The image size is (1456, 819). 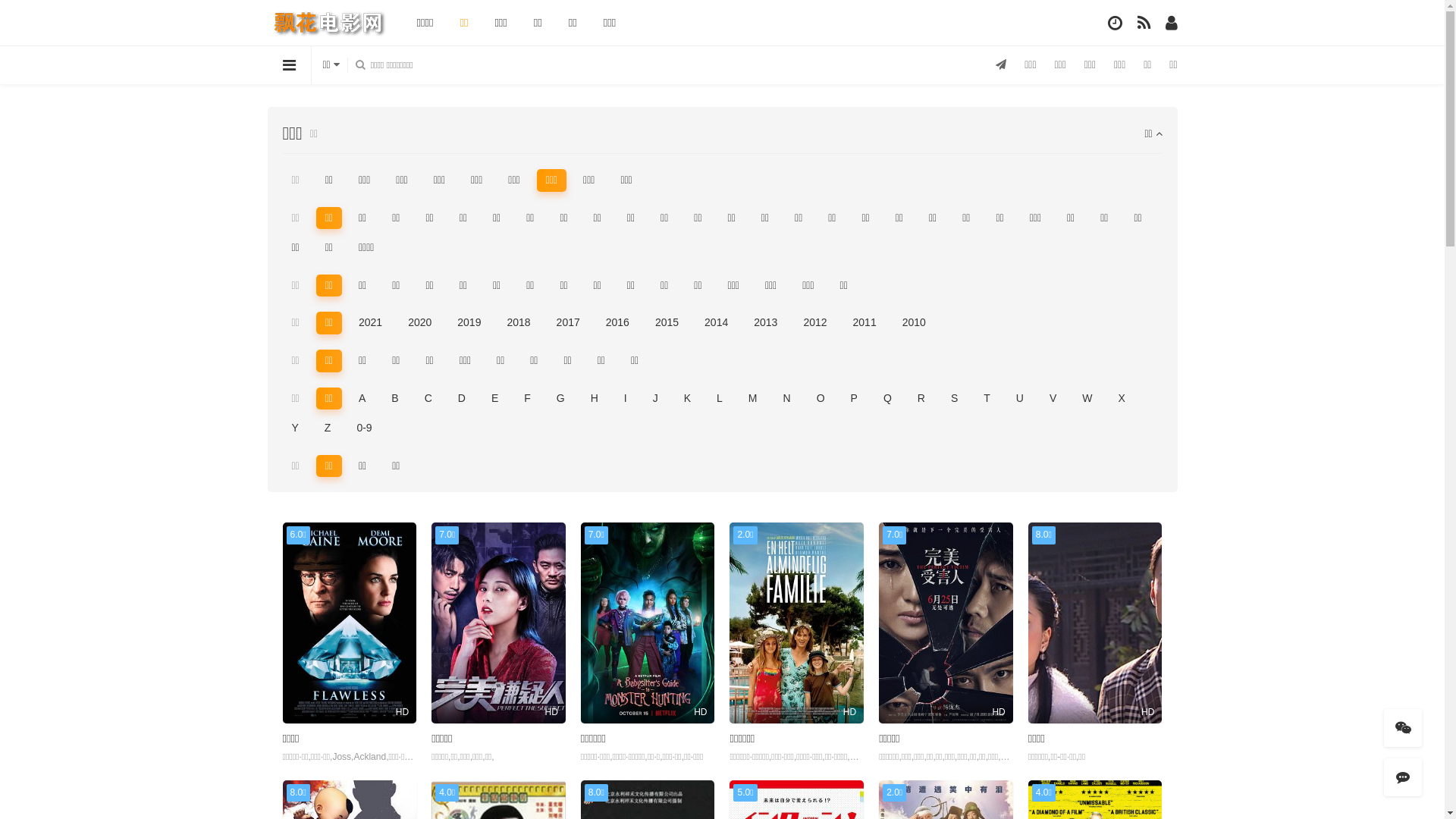 What do you see at coordinates (494, 397) in the screenshot?
I see `'E'` at bounding box center [494, 397].